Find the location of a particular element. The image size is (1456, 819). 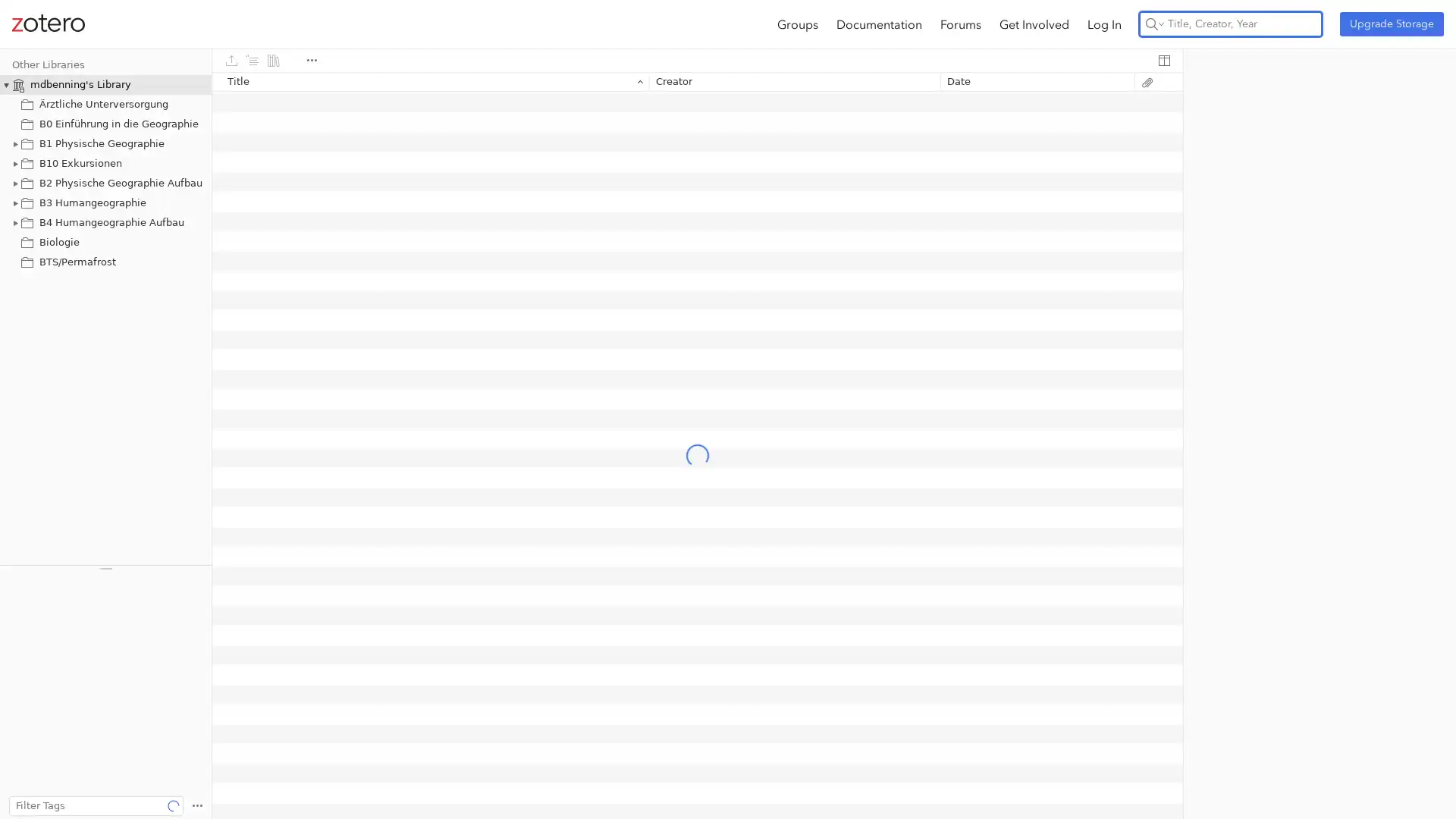

City sizes is located at coordinates (33, 661).